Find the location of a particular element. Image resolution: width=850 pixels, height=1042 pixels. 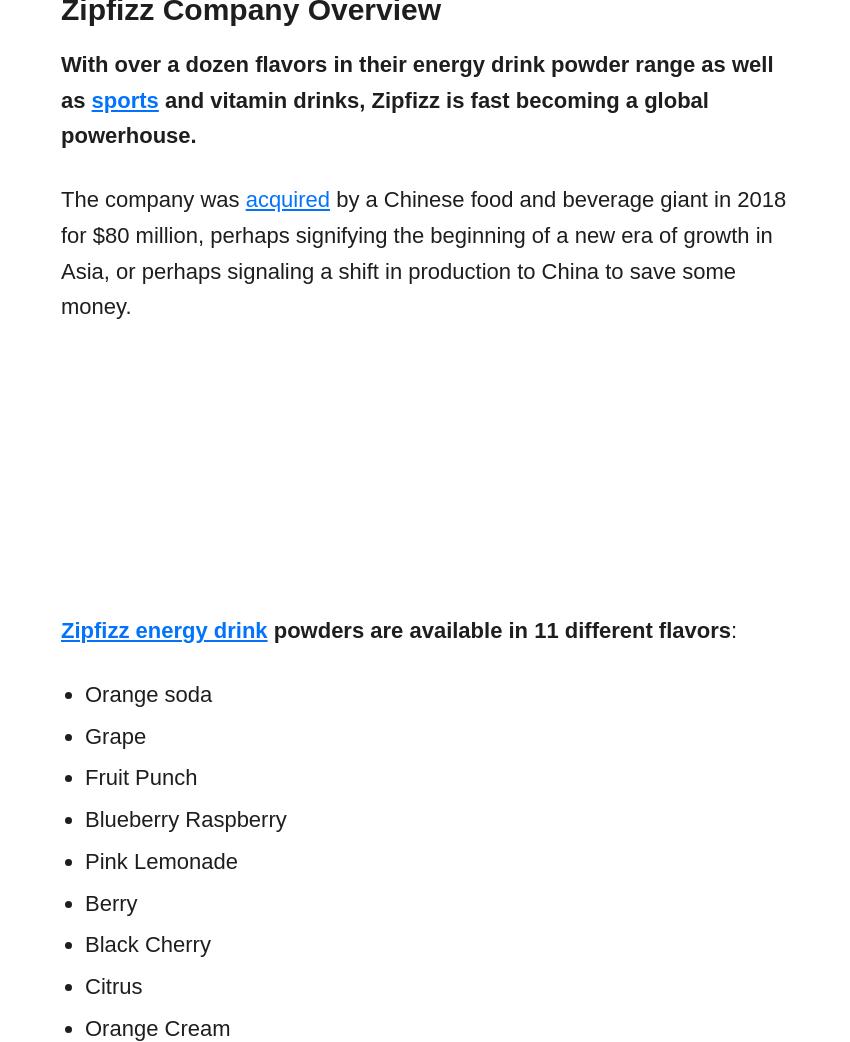

'Berry' is located at coordinates (110, 901).